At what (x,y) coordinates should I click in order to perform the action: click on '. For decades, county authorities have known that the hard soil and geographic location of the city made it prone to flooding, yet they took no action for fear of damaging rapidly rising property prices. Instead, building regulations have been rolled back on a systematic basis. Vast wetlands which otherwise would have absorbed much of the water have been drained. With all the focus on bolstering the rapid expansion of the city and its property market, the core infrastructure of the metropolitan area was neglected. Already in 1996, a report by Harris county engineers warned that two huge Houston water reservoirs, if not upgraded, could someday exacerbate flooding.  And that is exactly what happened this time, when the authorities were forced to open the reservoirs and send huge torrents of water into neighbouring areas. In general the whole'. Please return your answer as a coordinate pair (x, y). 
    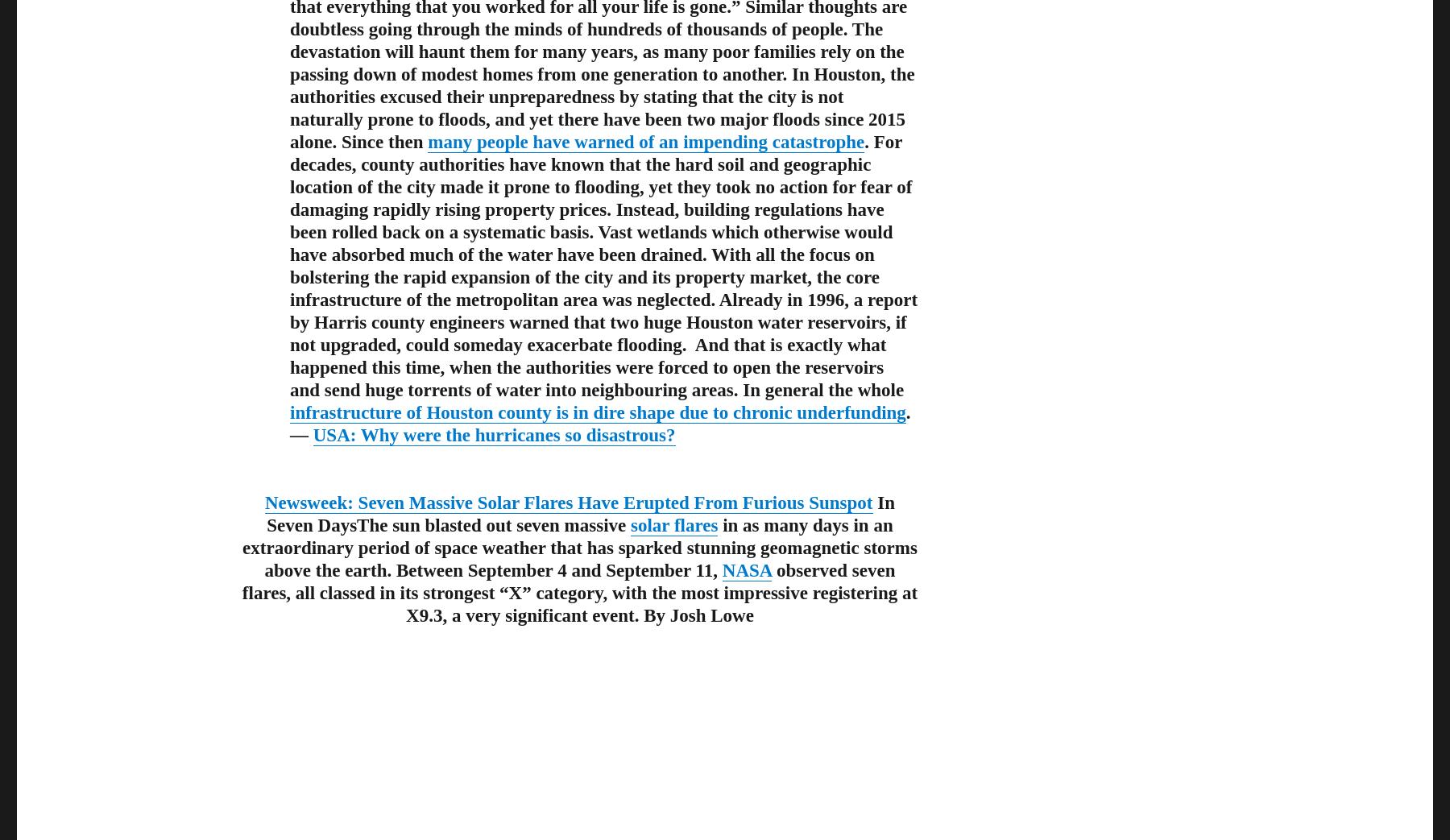
    Looking at the image, I should click on (603, 264).